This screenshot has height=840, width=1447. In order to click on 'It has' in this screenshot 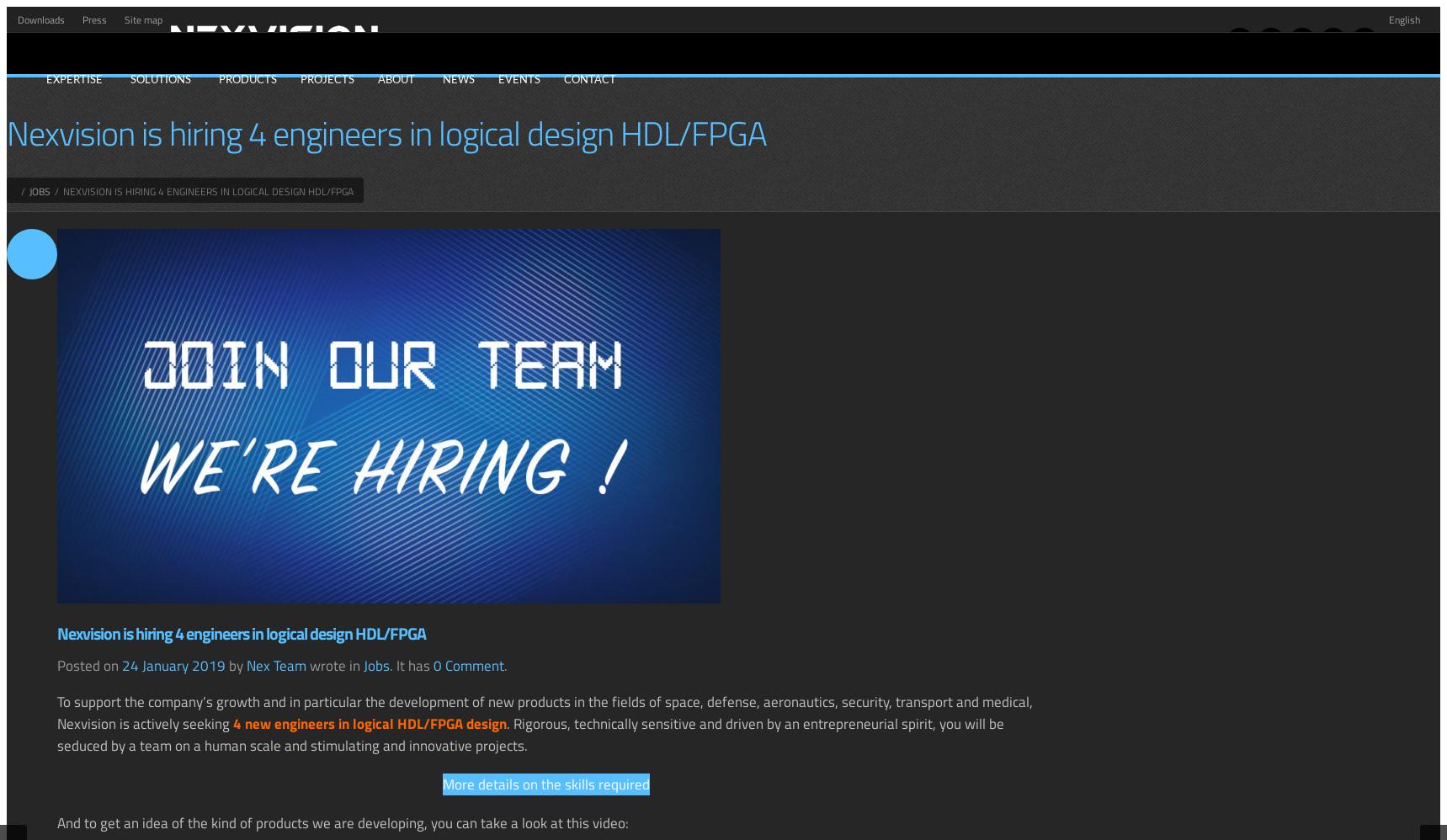, I will do `click(414, 664)`.